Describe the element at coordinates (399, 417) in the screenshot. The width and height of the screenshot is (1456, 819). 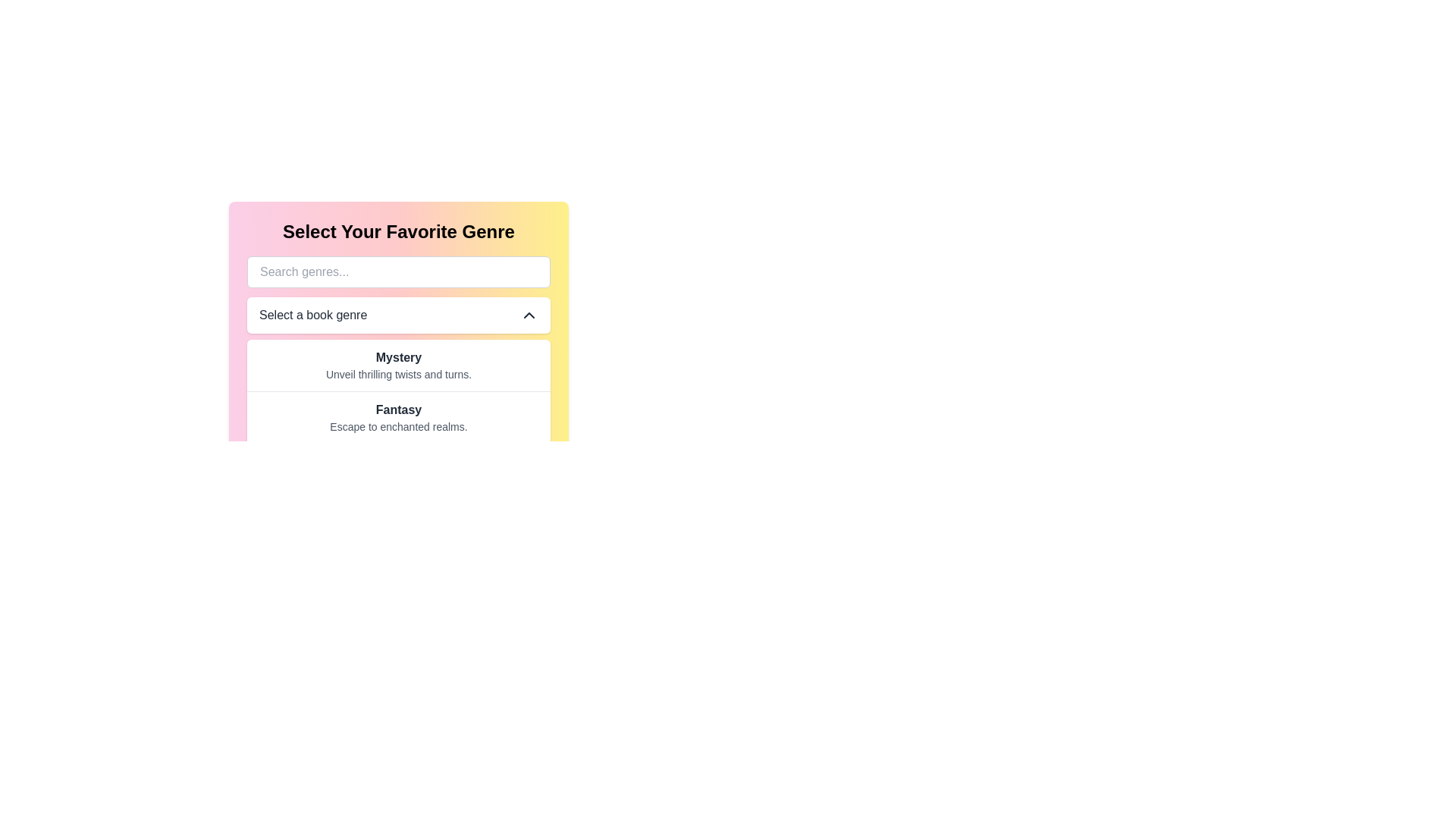
I see `the second clickable item in the menu, labeled 'Fantasy,' which is styled in bold and is positioned above 'Science Fiction' and below 'Mystery.'` at that location.